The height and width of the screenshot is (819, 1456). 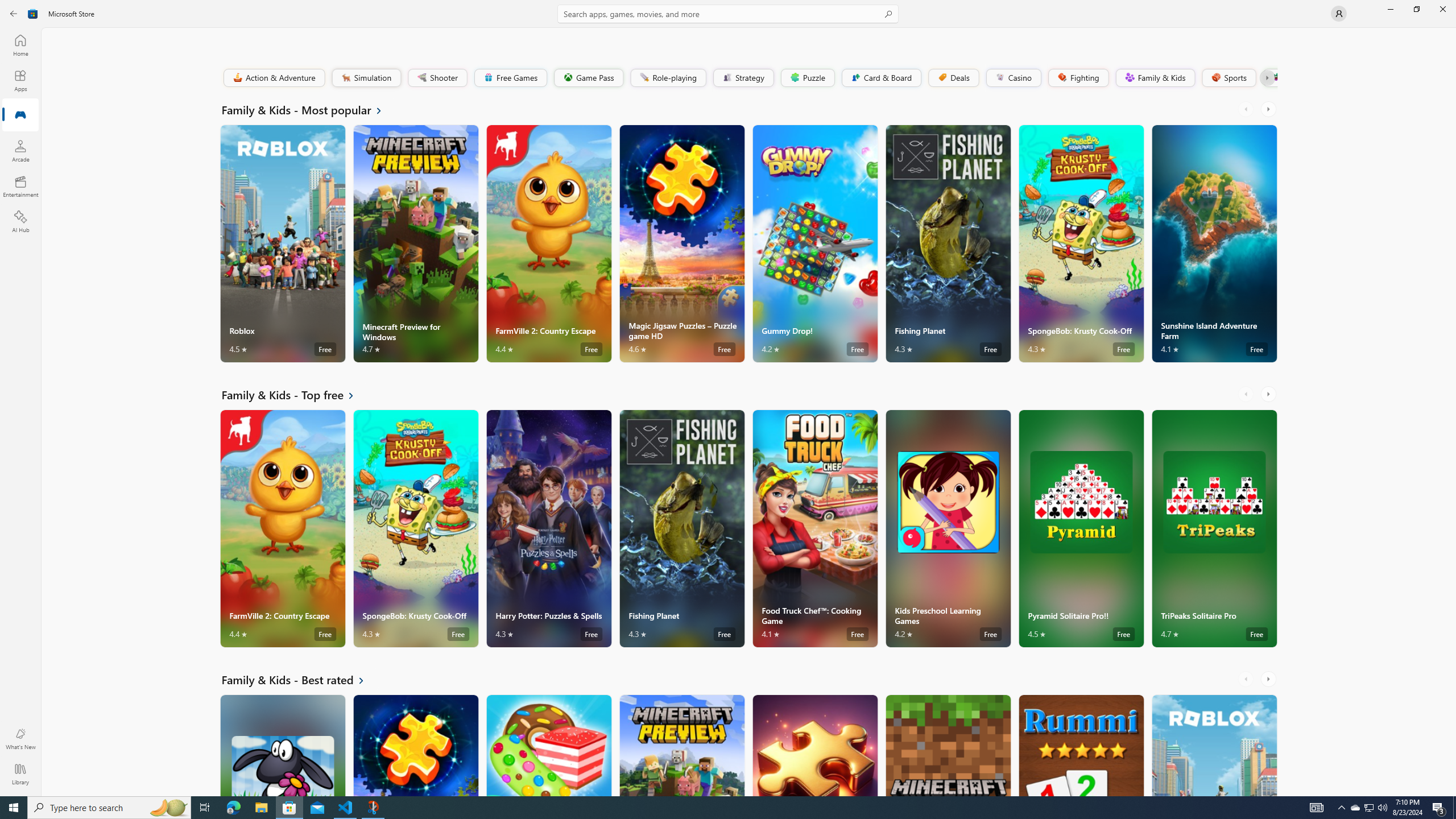 What do you see at coordinates (1247, 678) in the screenshot?
I see `'AutomationID: LeftScrollButton'` at bounding box center [1247, 678].